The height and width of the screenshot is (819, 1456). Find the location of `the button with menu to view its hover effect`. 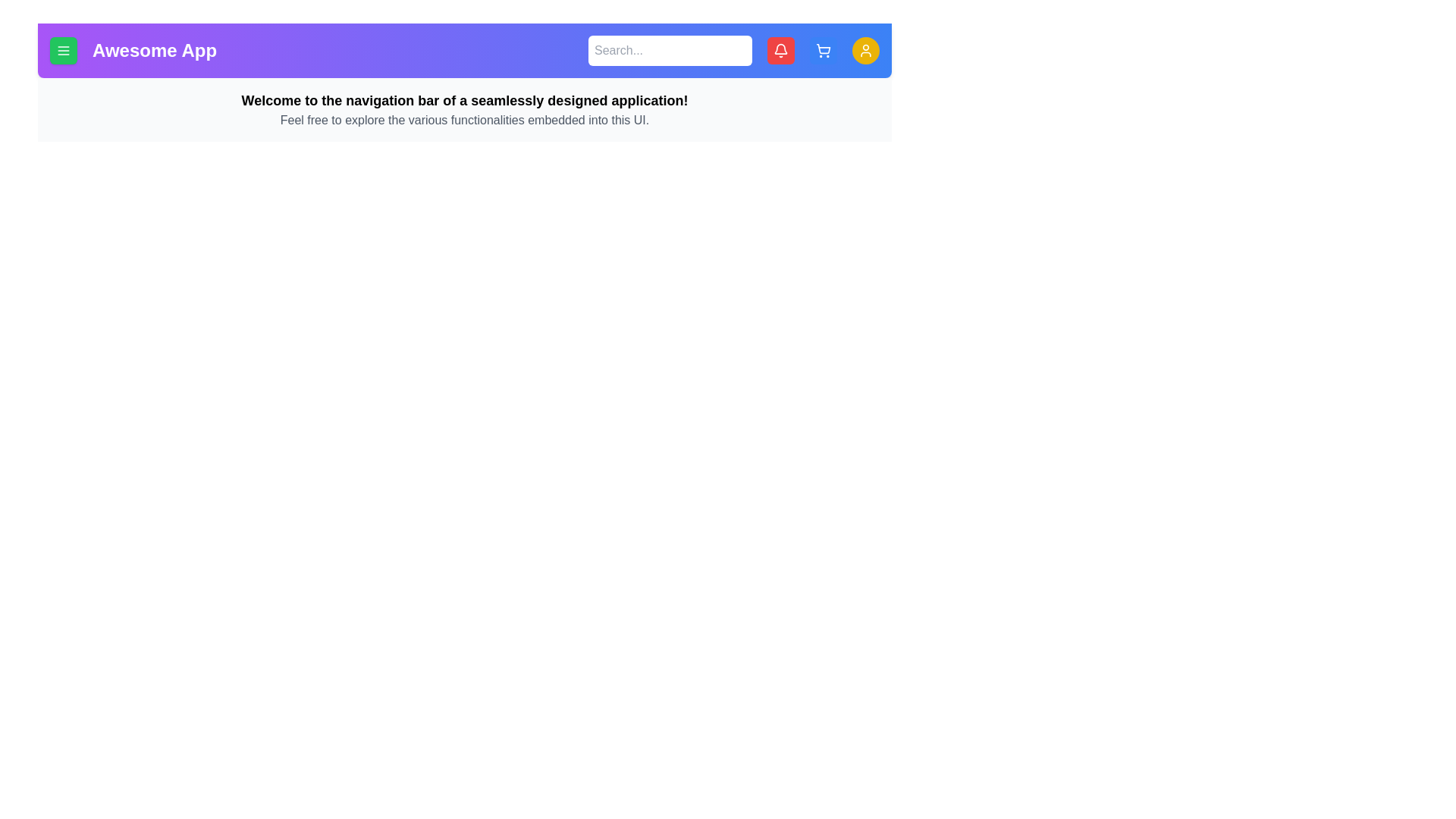

the button with menu to view its hover effect is located at coordinates (62, 49).